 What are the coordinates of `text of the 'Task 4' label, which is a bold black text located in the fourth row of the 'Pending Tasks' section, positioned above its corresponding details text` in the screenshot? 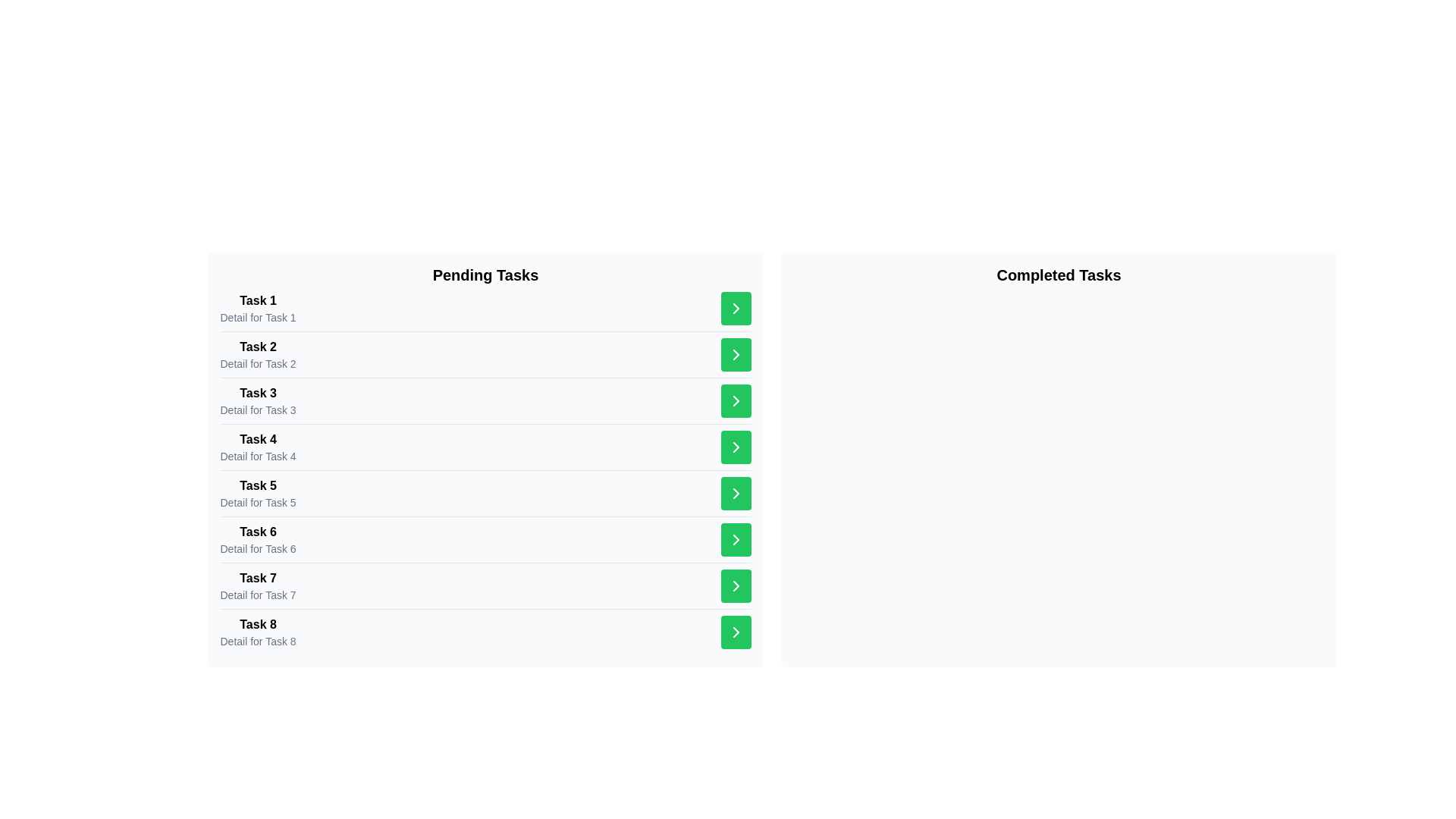 It's located at (258, 439).